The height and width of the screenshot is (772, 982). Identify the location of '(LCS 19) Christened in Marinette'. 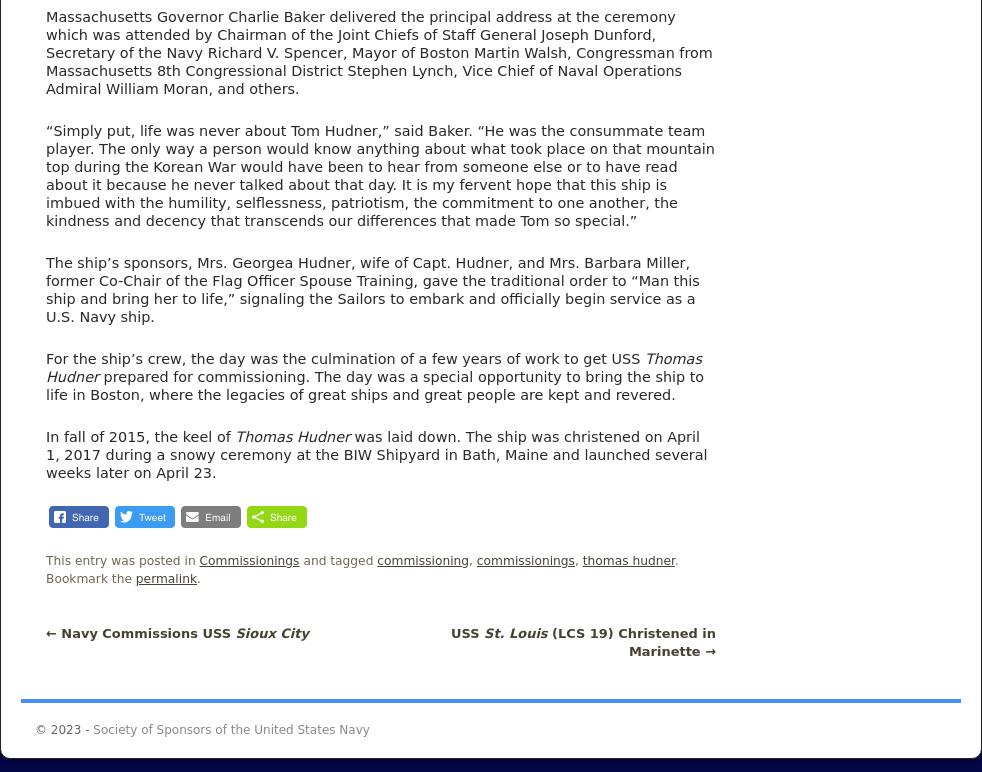
(630, 640).